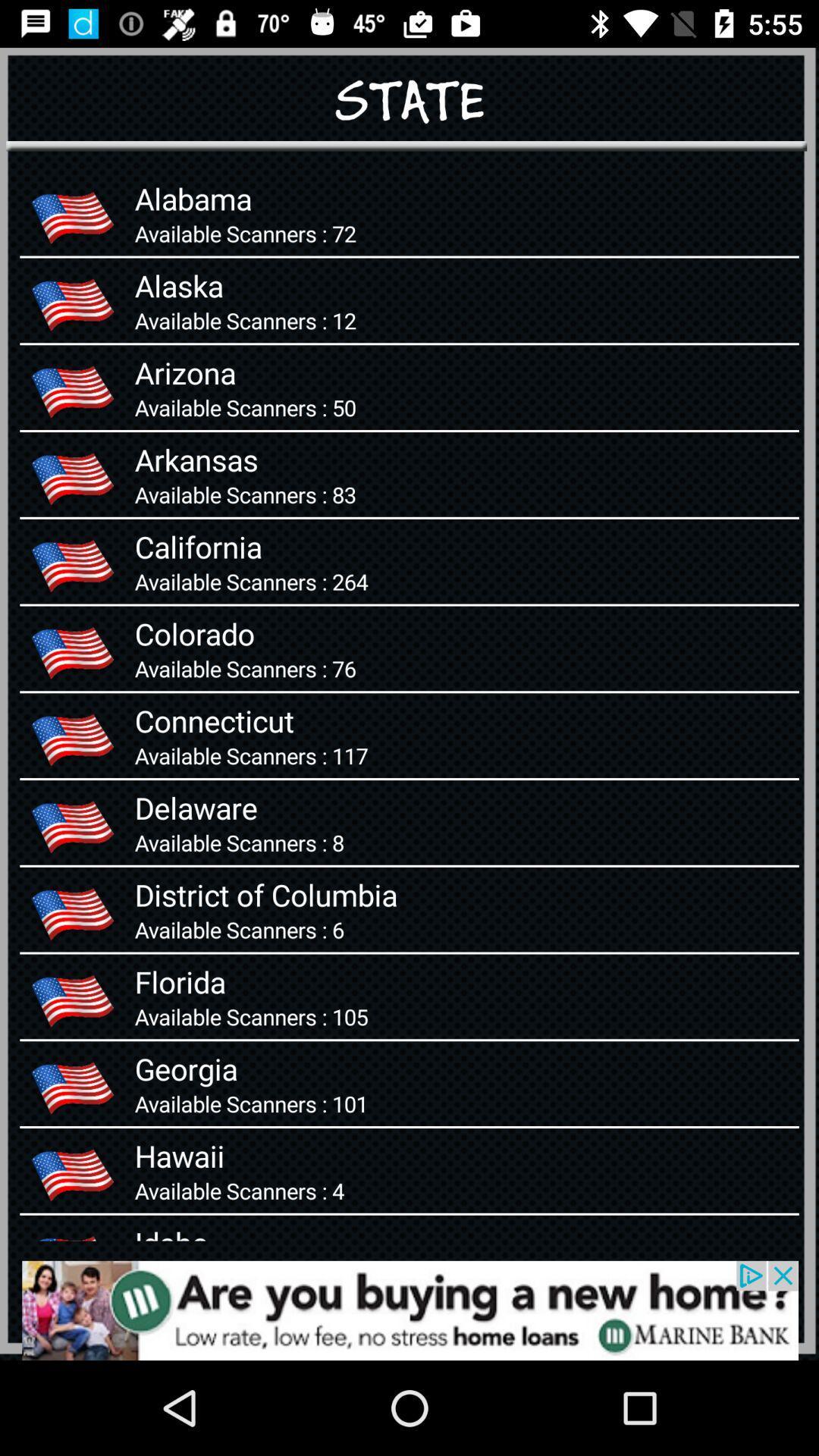  What do you see at coordinates (73, 1170) in the screenshot?
I see `the mini image right to hawaii` at bounding box center [73, 1170].